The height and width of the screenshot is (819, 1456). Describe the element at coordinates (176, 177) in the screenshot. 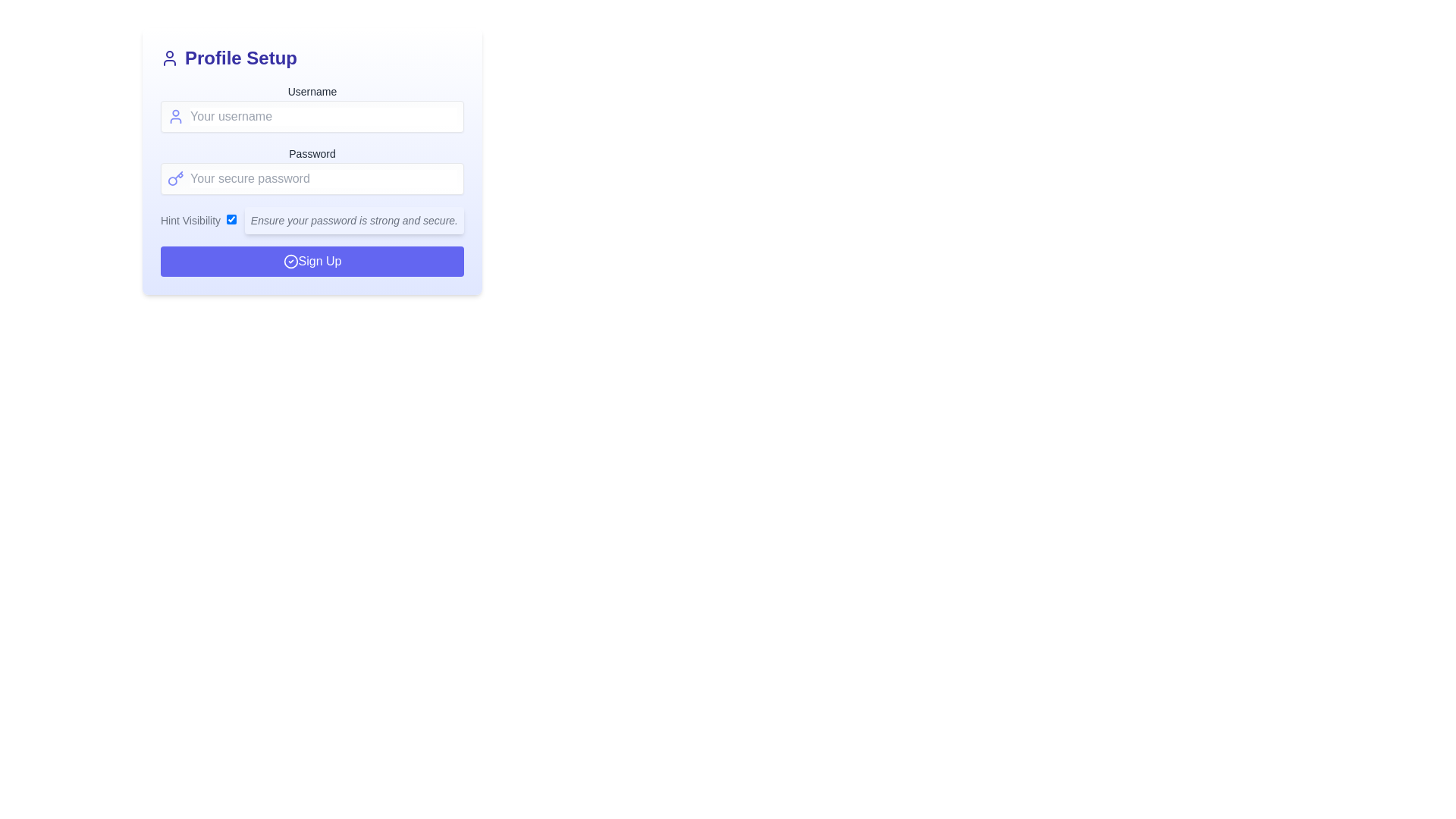

I see `the key-shaped icon with a blue hue located` at that location.